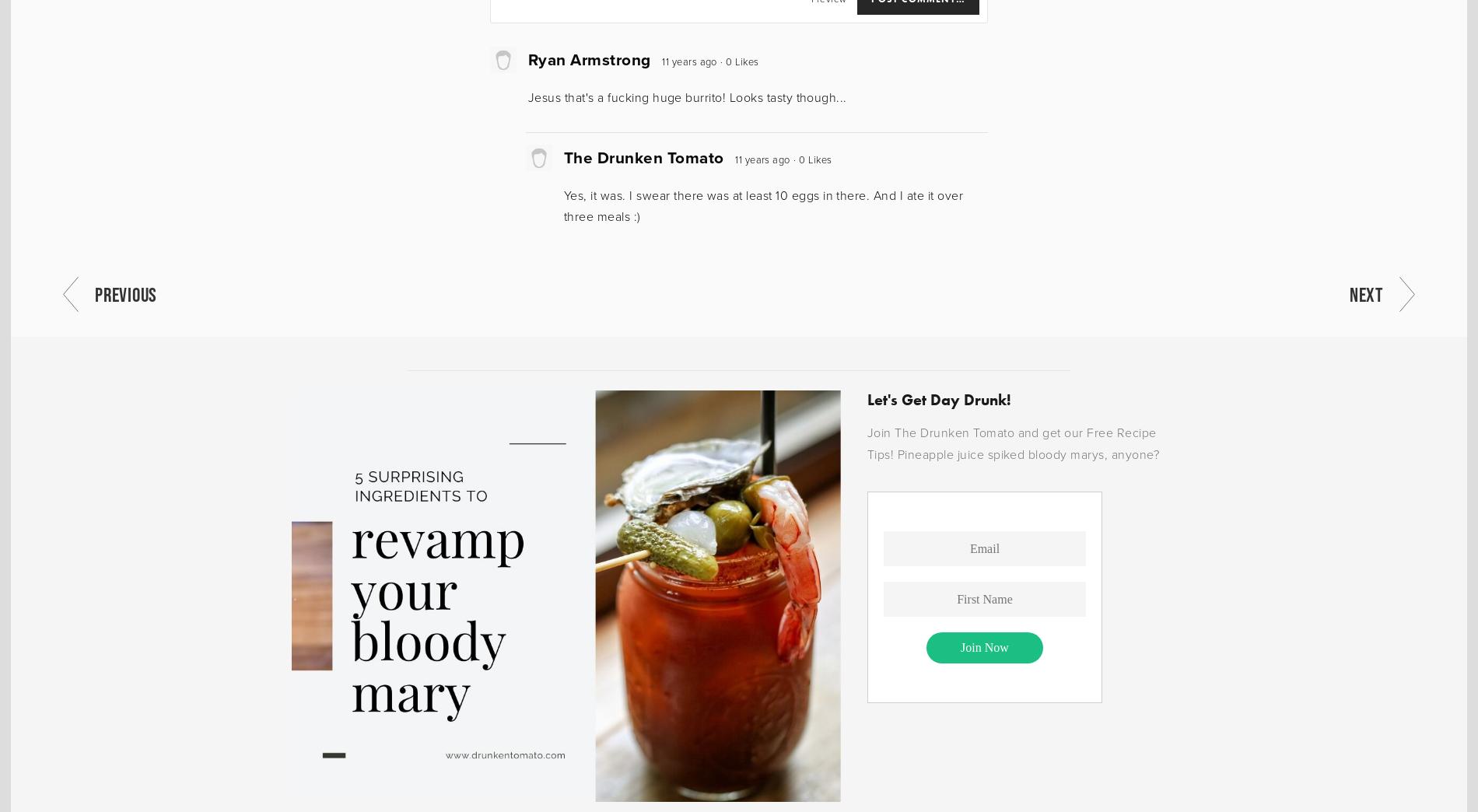  What do you see at coordinates (1013, 443) in the screenshot?
I see `'Join The Drunken Tomato and get our Free Recipe Tips! Pineapple juice spiked bloody marys, anyone?'` at bounding box center [1013, 443].